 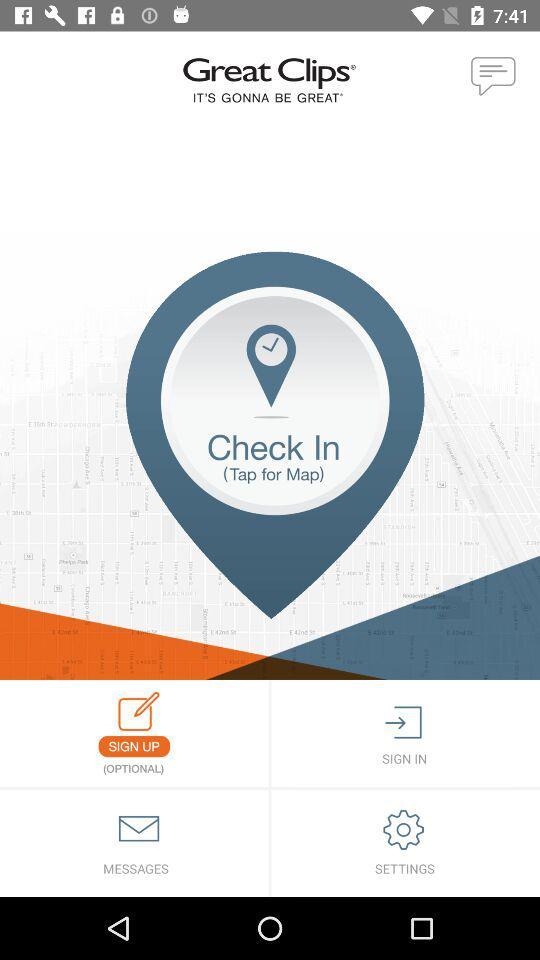 I want to click on the chat icon, so click(x=493, y=77).